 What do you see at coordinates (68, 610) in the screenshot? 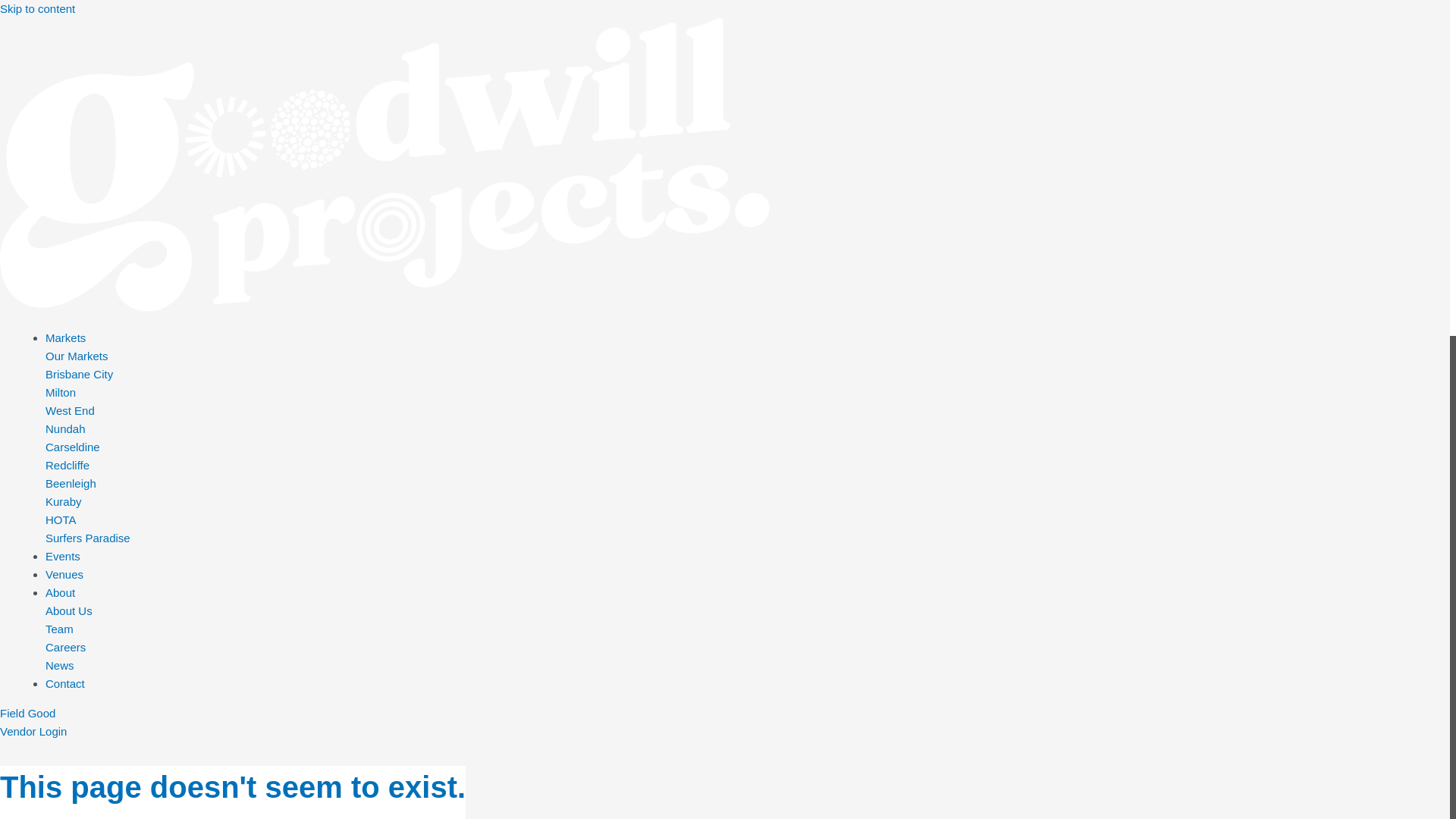
I see `'About Us'` at bounding box center [68, 610].